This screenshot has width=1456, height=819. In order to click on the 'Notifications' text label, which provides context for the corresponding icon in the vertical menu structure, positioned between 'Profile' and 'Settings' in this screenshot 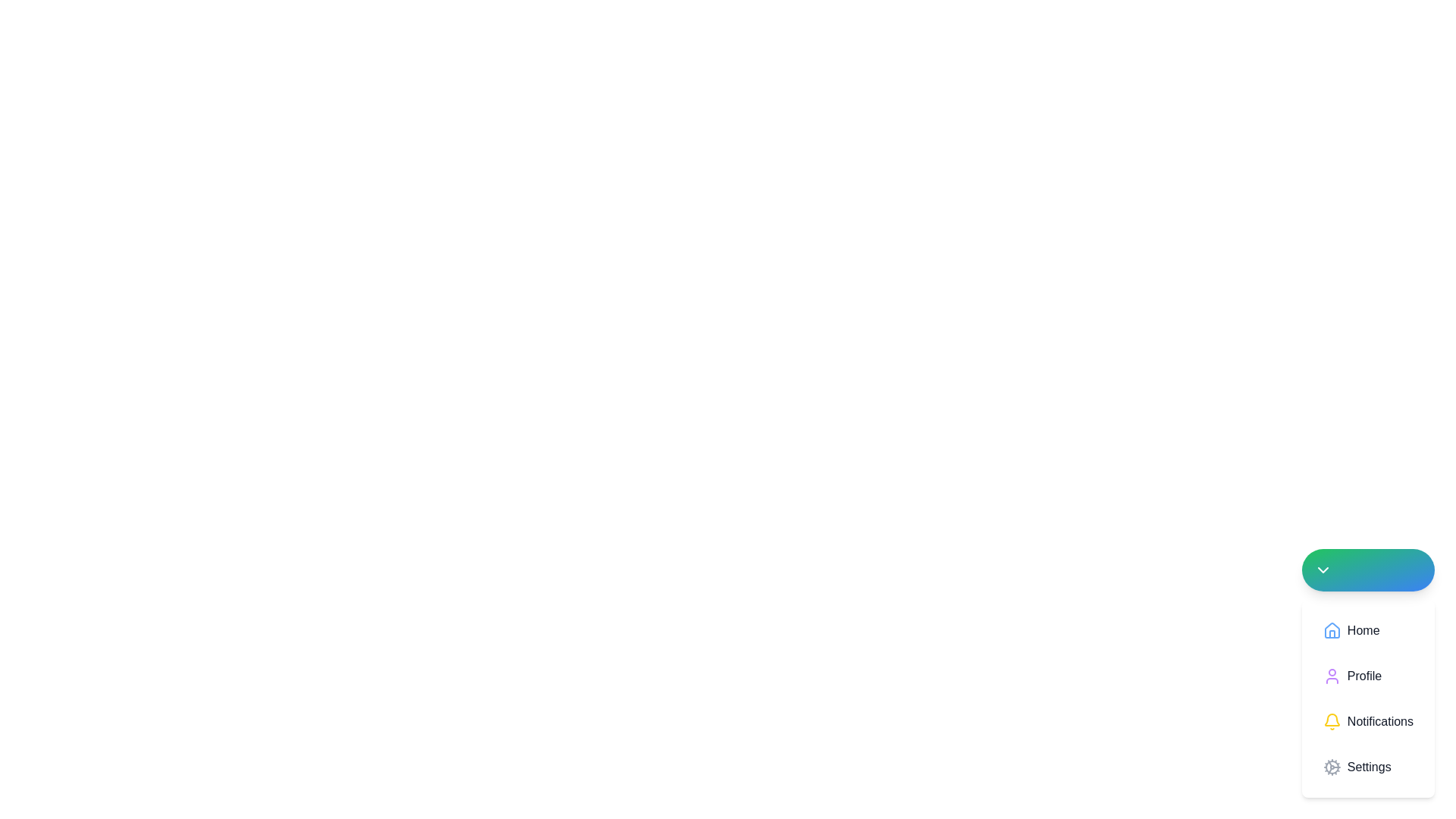, I will do `click(1380, 721)`.